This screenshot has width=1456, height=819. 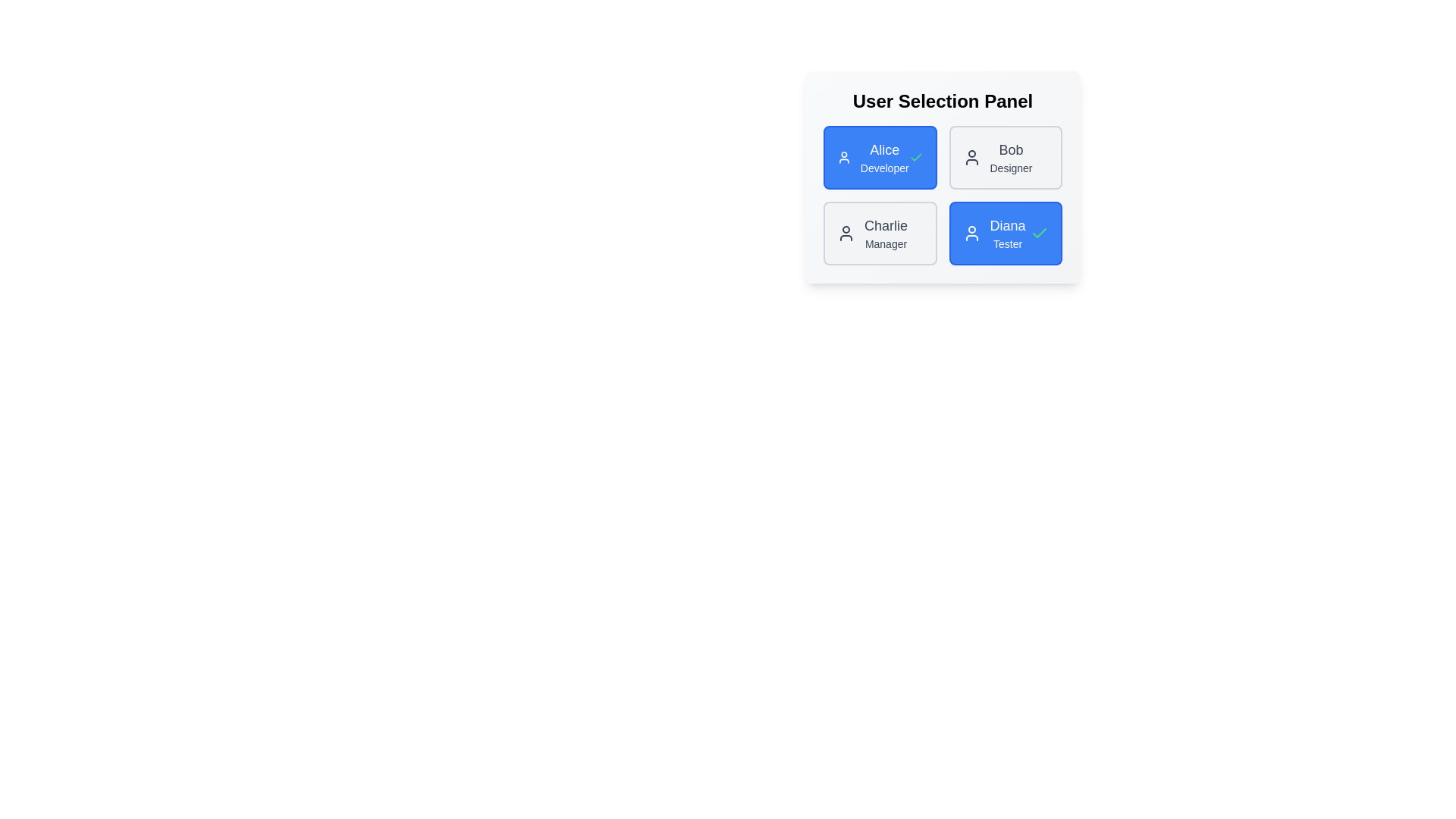 What do you see at coordinates (1006, 158) in the screenshot?
I see `the user chip corresponding to Bob` at bounding box center [1006, 158].